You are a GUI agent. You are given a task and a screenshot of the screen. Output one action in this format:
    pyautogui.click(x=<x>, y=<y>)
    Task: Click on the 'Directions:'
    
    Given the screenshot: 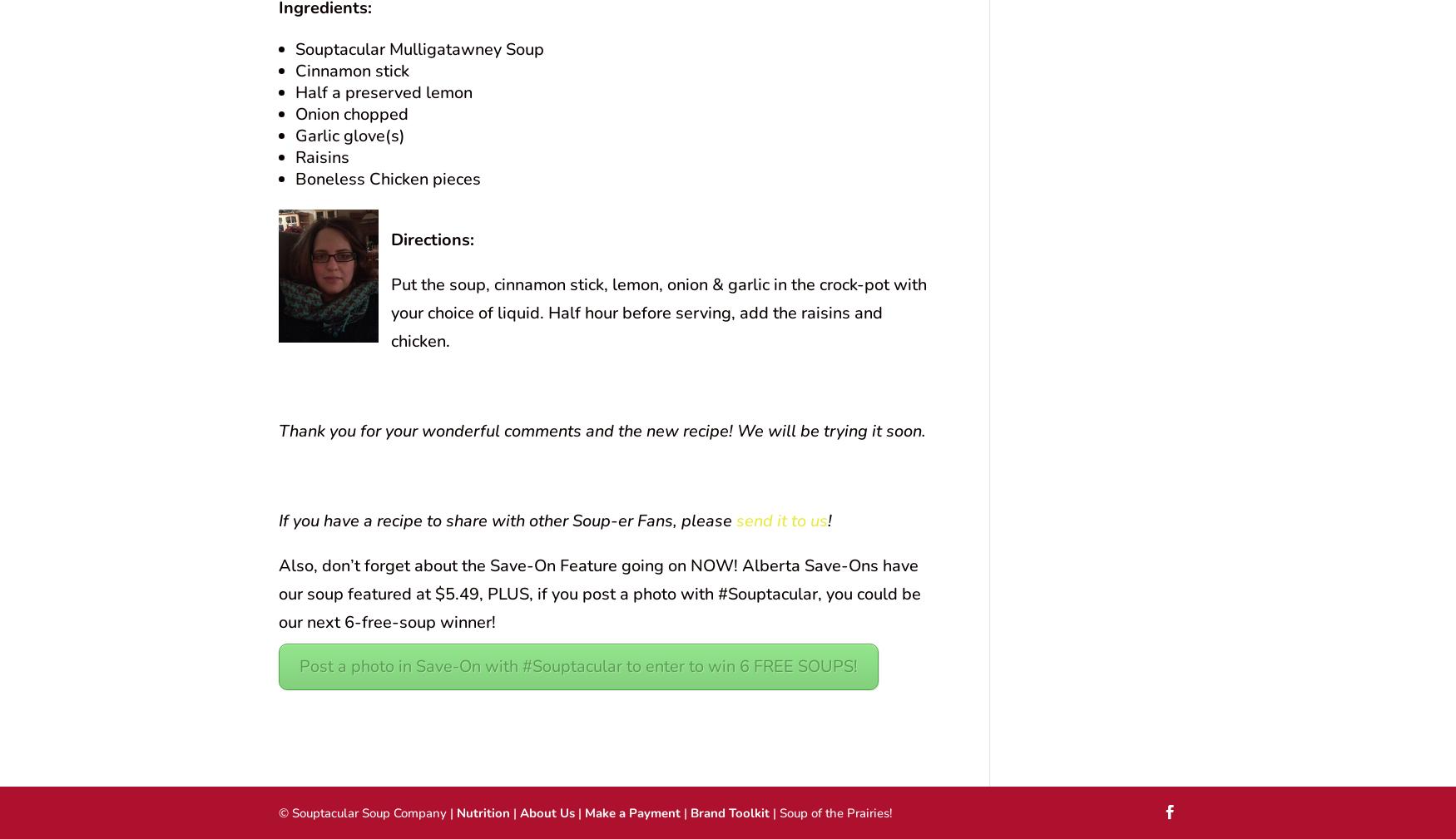 What is the action you would take?
    pyautogui.click(x=431, y=239)
    